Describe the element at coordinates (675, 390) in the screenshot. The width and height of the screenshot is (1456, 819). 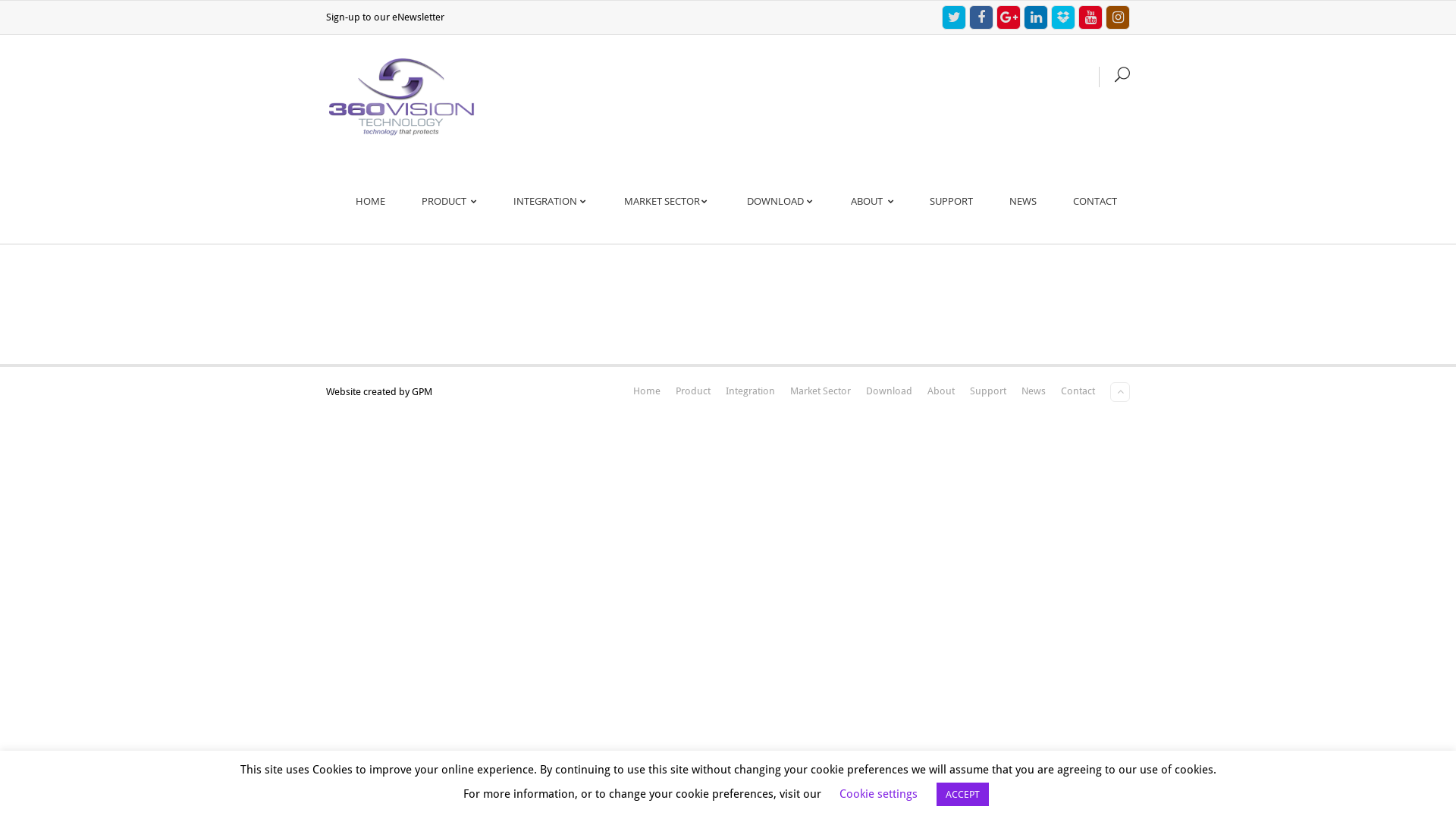
I see `'Product'` at that location.